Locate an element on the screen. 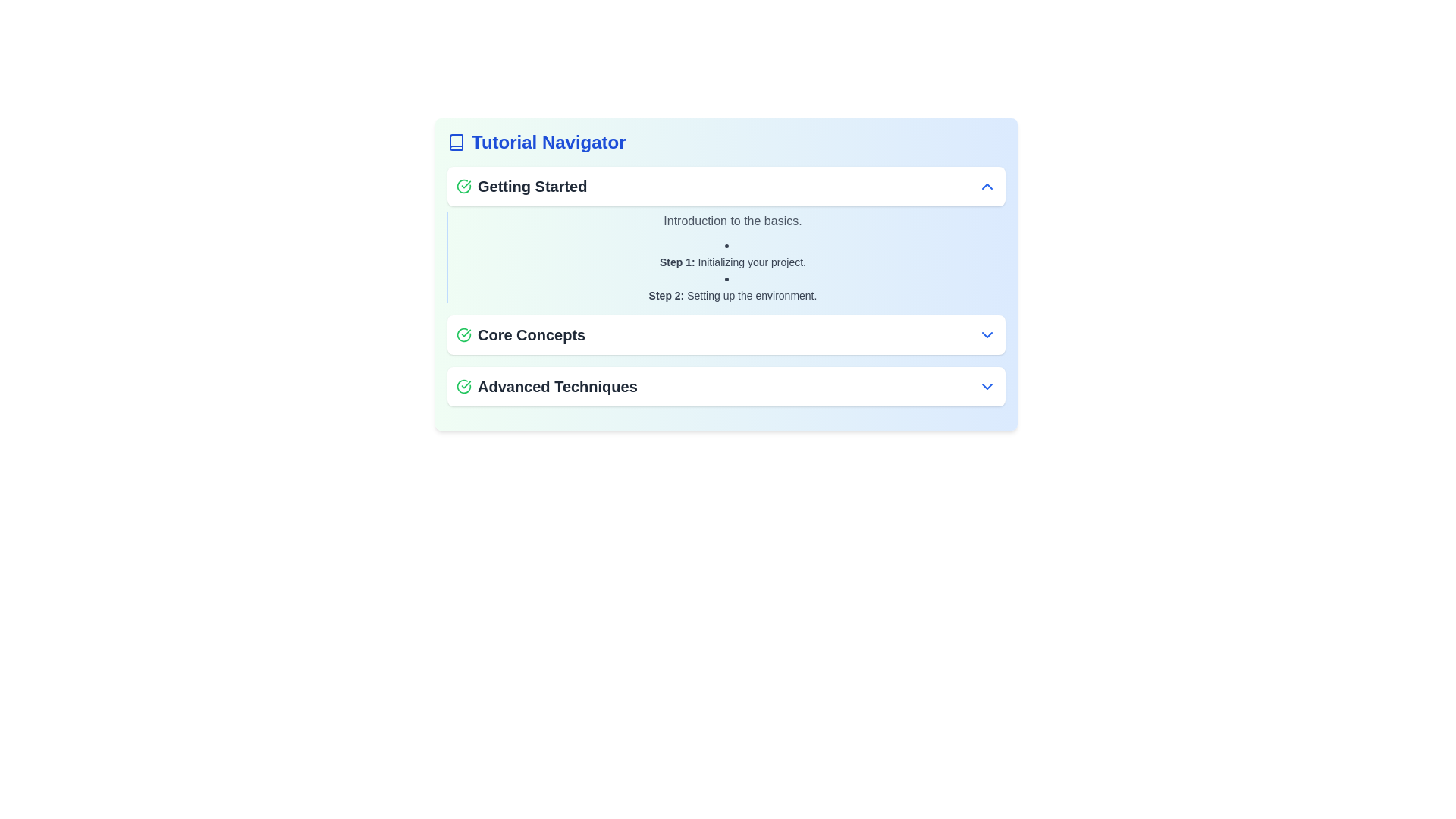  the icon representing the 'Tutorial Navigator' section, located at the far-left side of the header bar, adjacent to the text is located at coordinates (455, 143).